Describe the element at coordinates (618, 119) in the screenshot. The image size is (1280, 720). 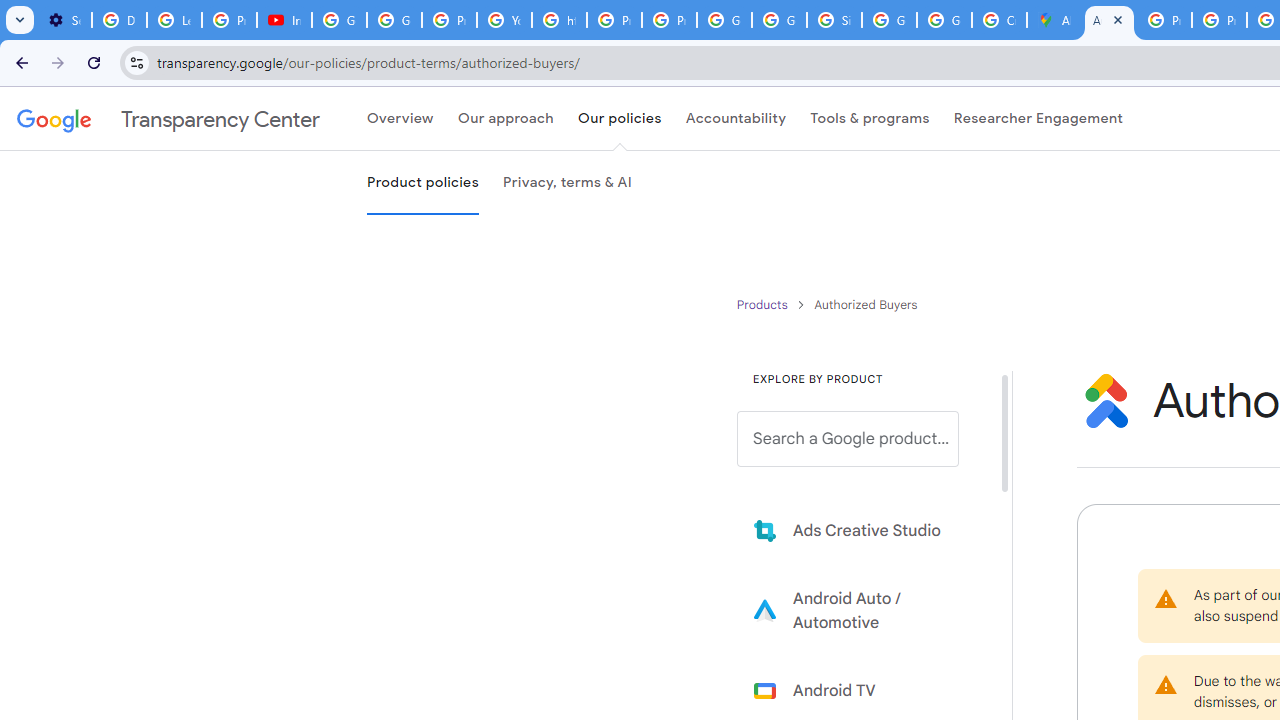
I see `'Our policies'` at that location.